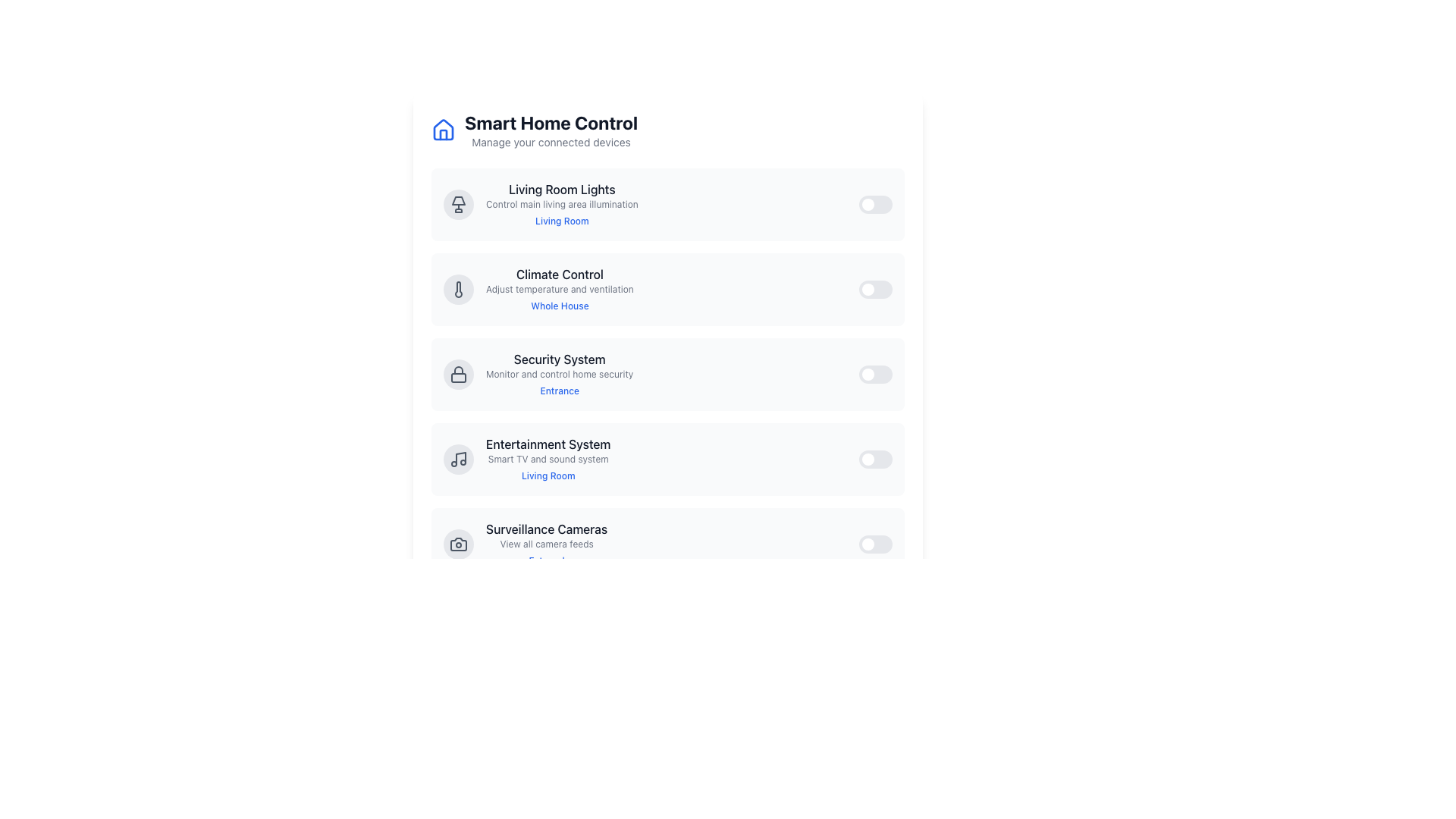  Describe the element at coordinates (457, 376) in the screenshot. I see `the lower rectangular component of the SVG lock icon, which is styled with a subtle gray tone and is located to the left of the 'Security System' option in the third row` at that location.